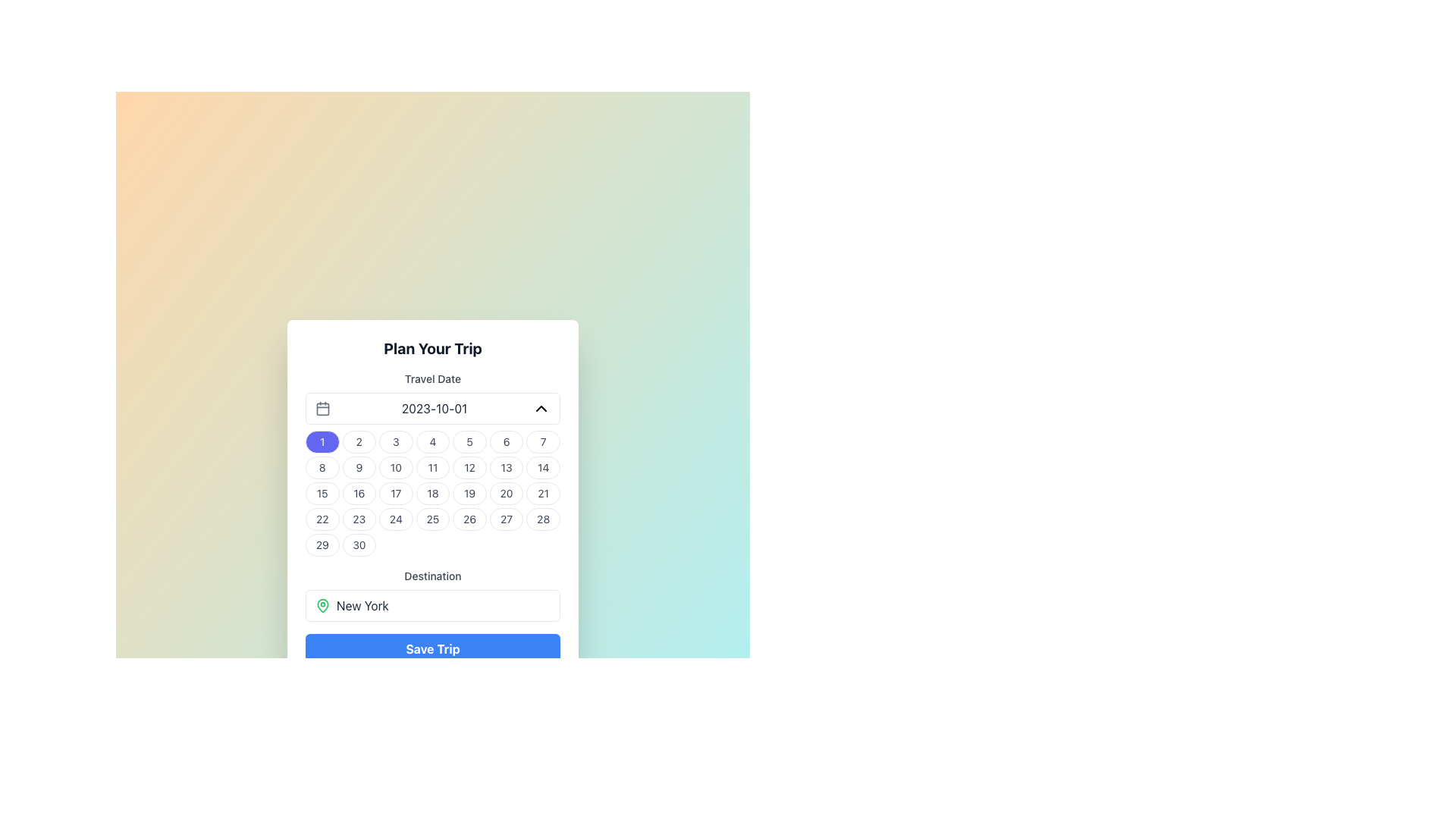 The width and height of the screenshot is (1456, 819). I want to click on the circular button displaying the number '9', so click(358, 467).